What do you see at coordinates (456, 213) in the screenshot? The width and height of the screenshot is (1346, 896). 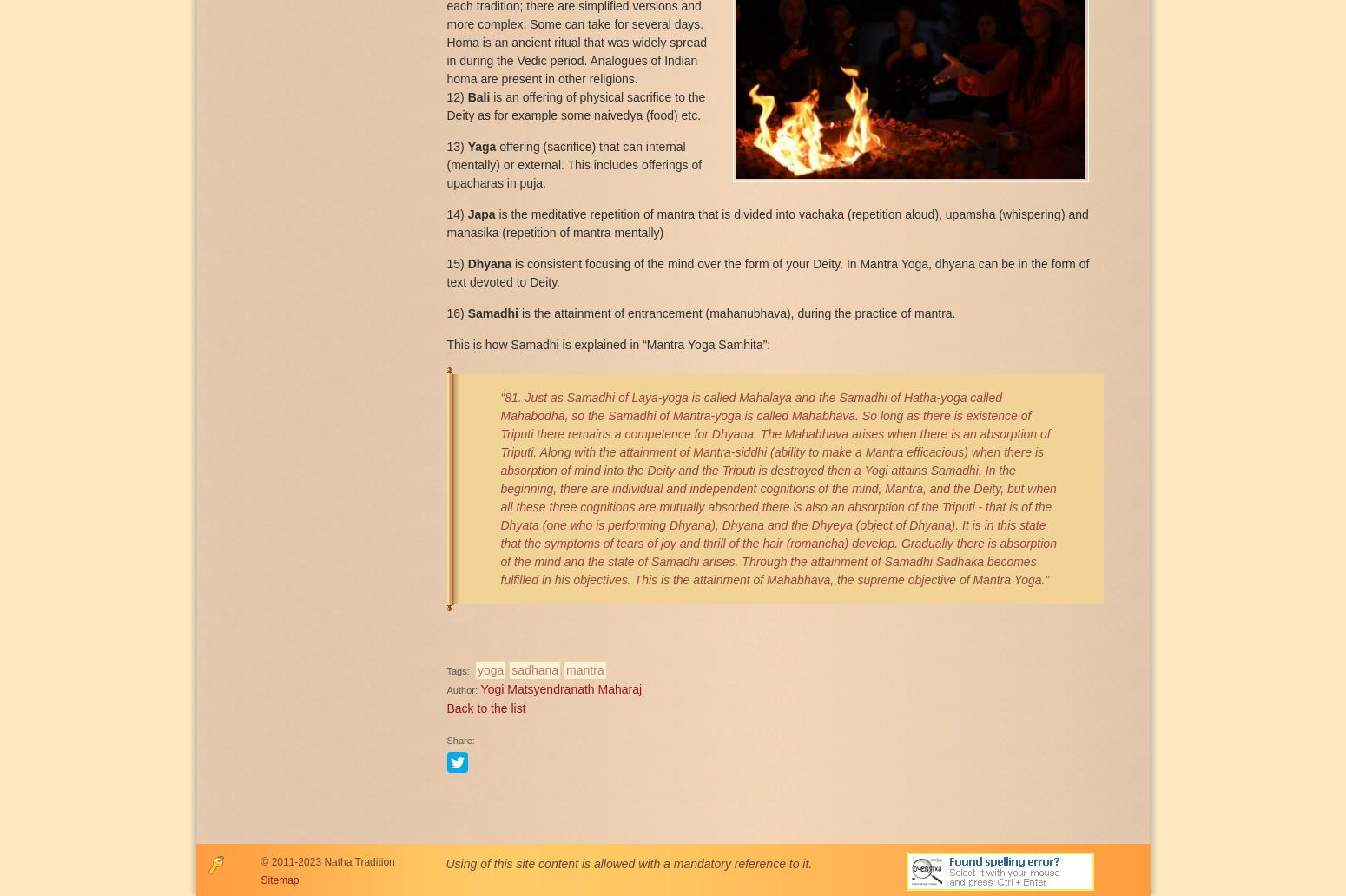 I see `'14)'` at bounding box center [456, 213].